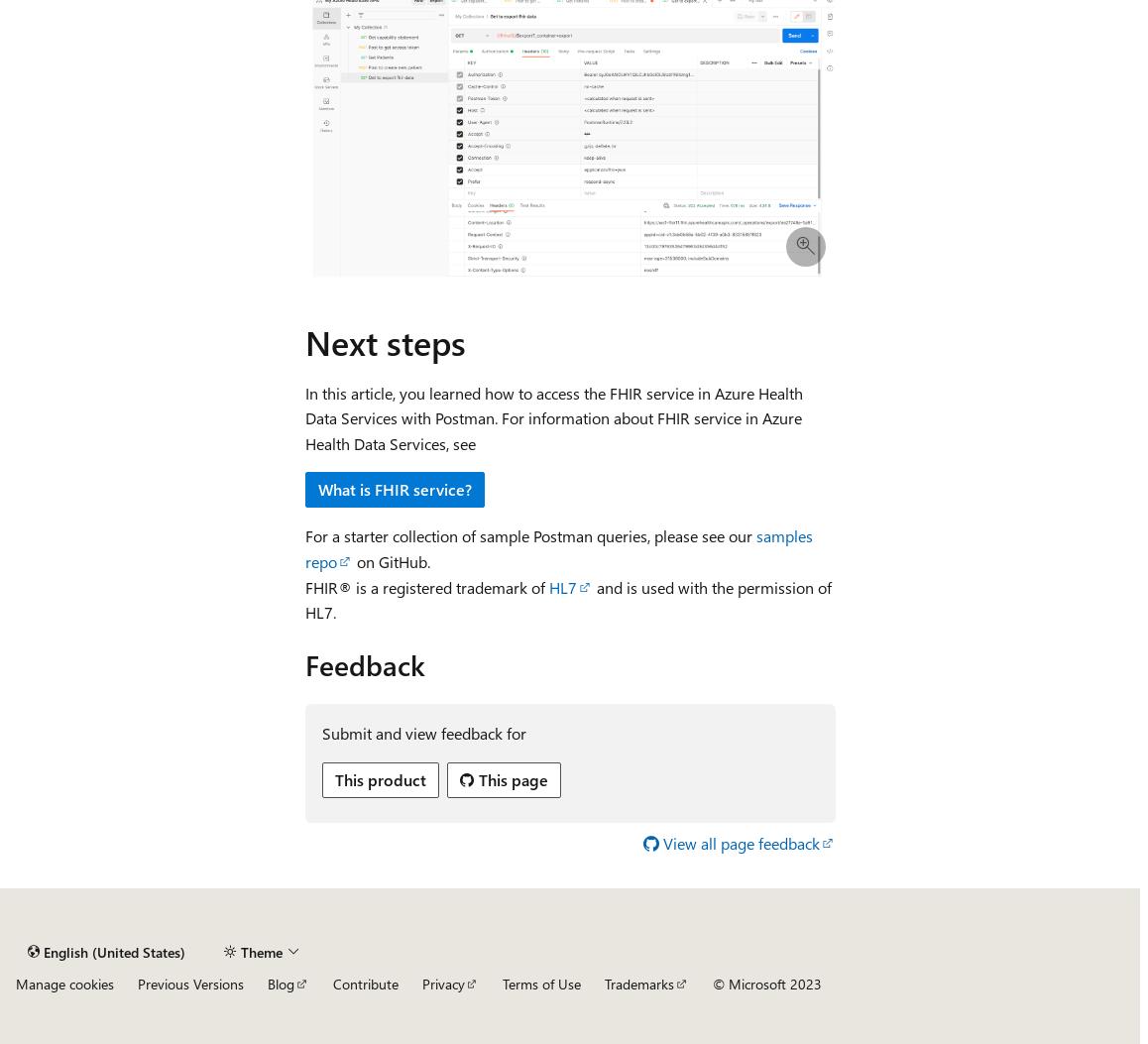 This screenshot has height=1044, width=1148. Describe the element at coordinates (64, 984) in the screenshot. I see `'Manage cookies'` at that location.